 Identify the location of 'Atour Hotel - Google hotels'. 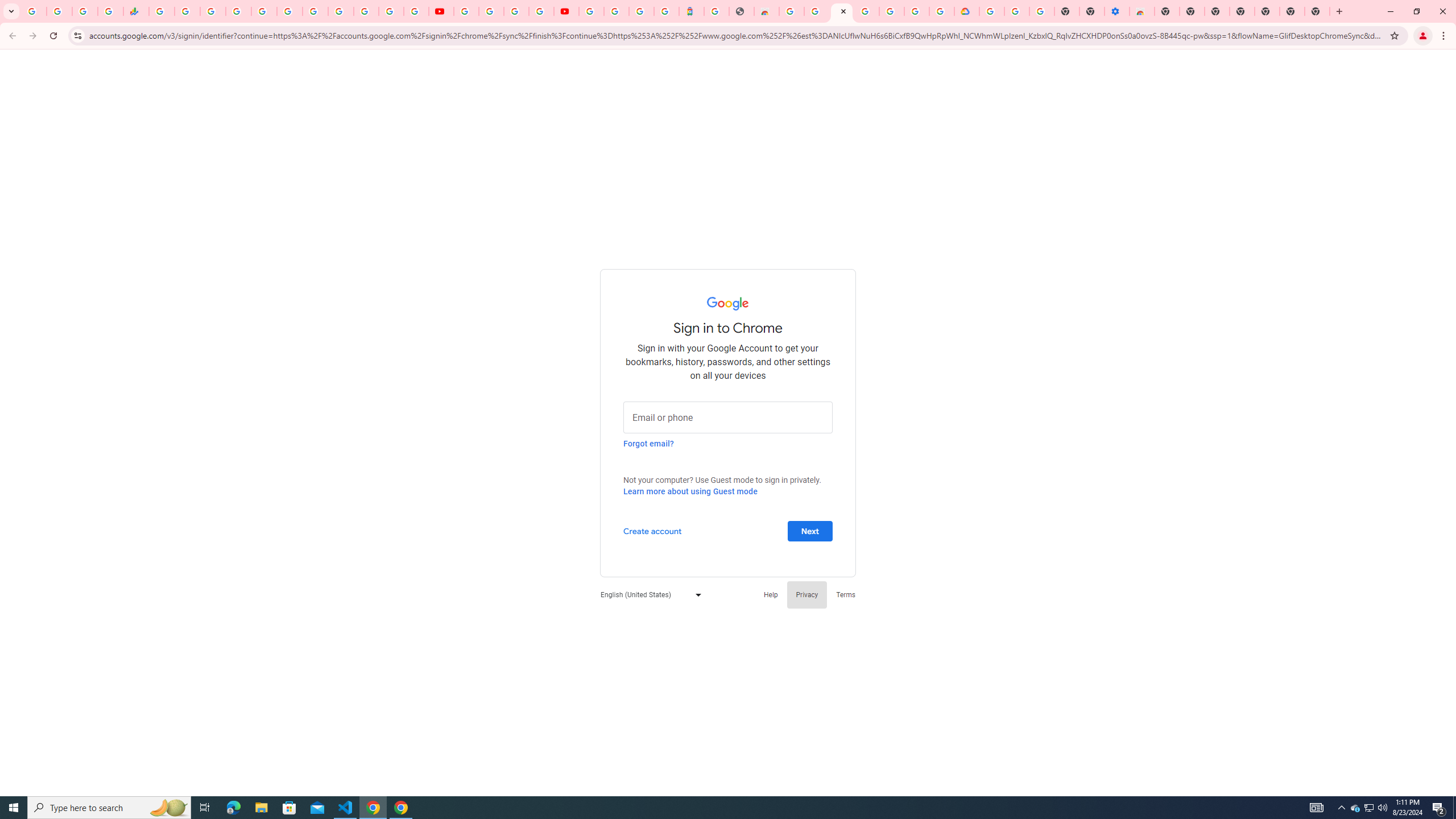
(691, 11).